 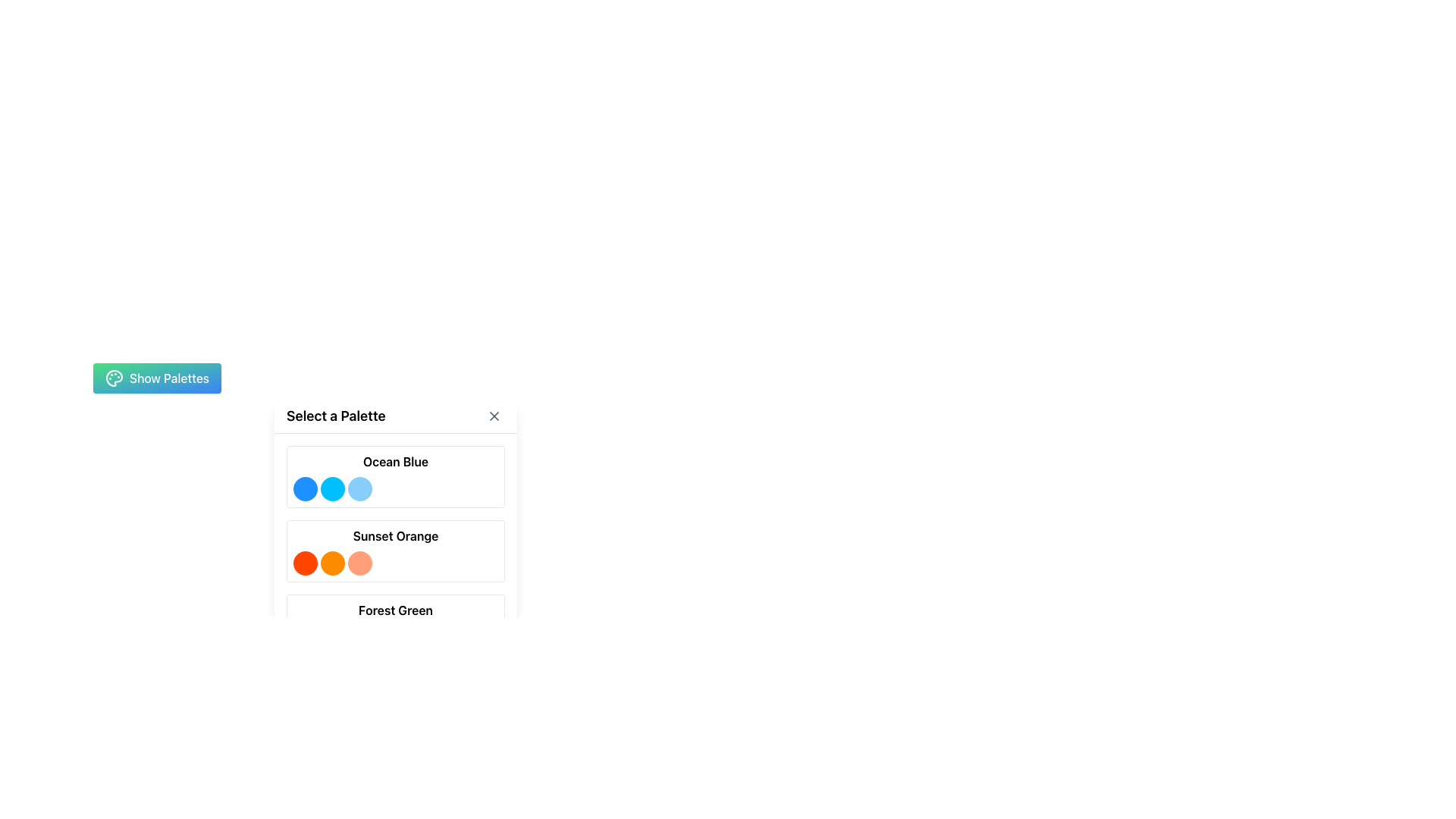 What do you see at coordinates (331, 488) in the screenshot?
I see `the second decorative circular element in the 'Ocean Blue' palette group, which represents a specific shade but is not interactive` at bounding box center [331, 488].